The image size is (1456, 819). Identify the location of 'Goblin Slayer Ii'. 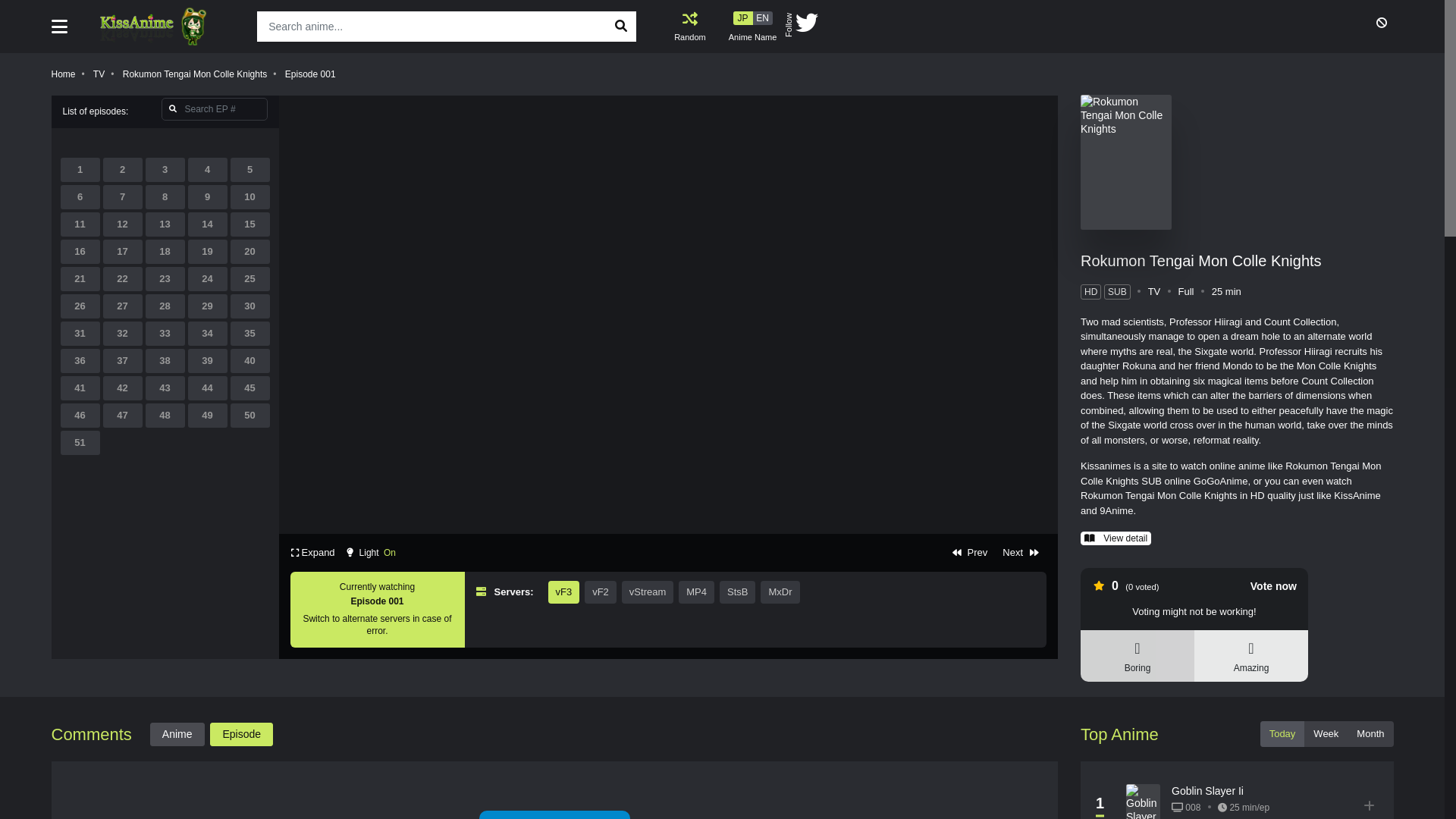
(1207, 789).